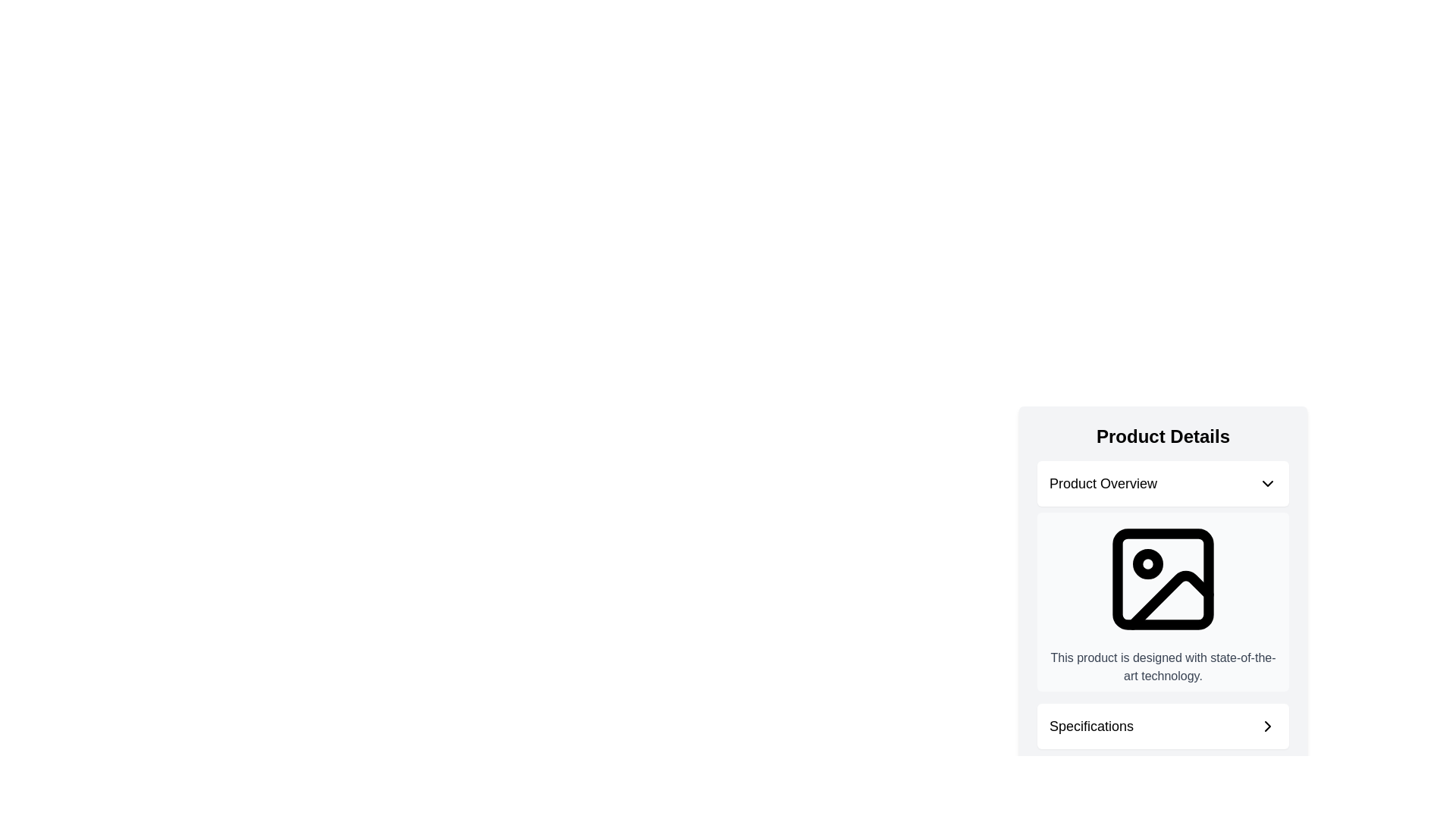 Image resolution: width=1456 pixels, height=819 pixels. What do you see at coordinates (1090, 725) in the screenshot?
I see `'Specifications' label, which is a medium-sized, bold text element located in the 'Product Details' section, positioned to the left of a rightward arrow icon` at bounding box center [1090, 725].